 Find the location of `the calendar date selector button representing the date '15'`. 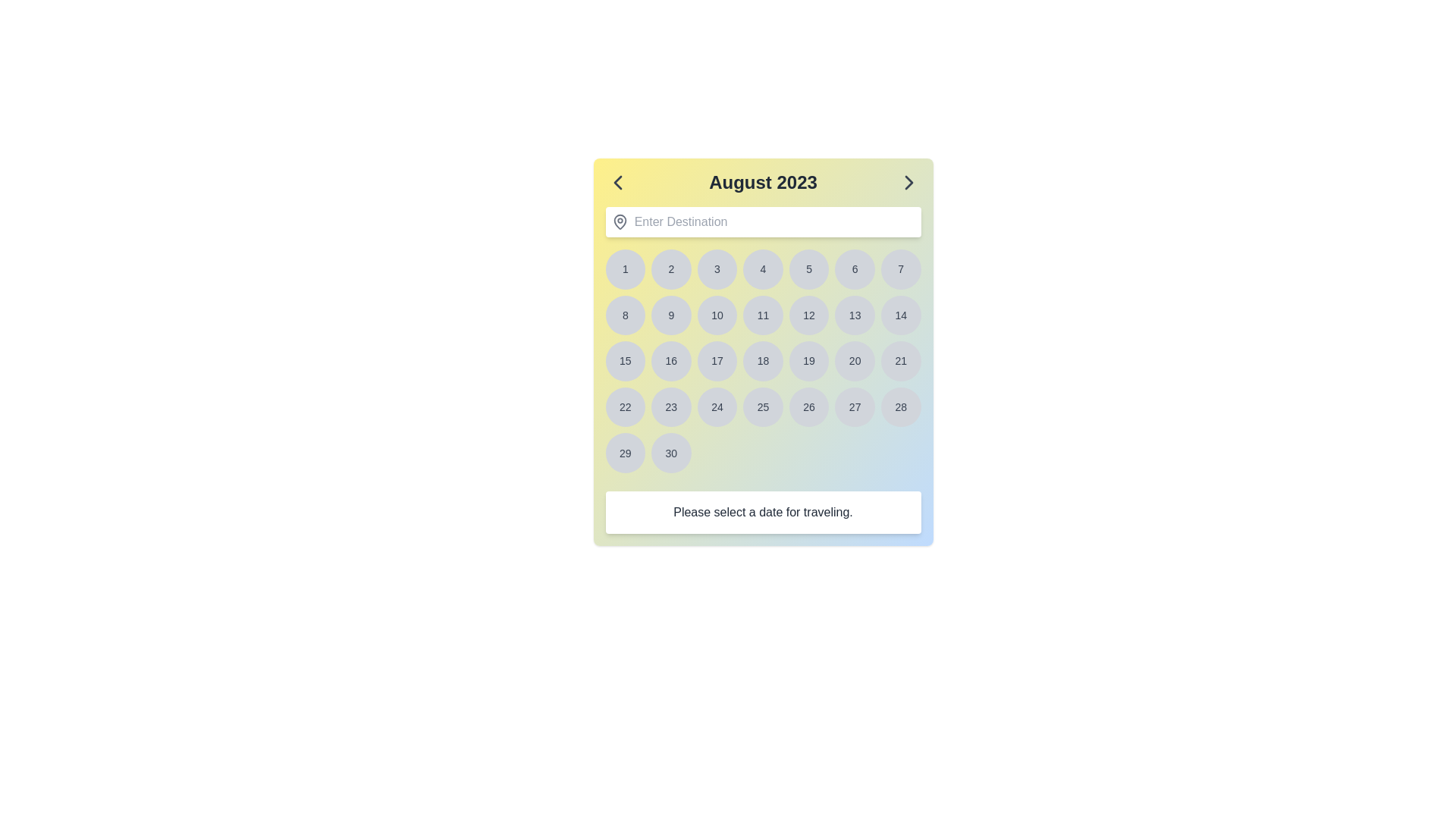

the calendar date selector button representing the date '15' is located at coordinates (625, 361).